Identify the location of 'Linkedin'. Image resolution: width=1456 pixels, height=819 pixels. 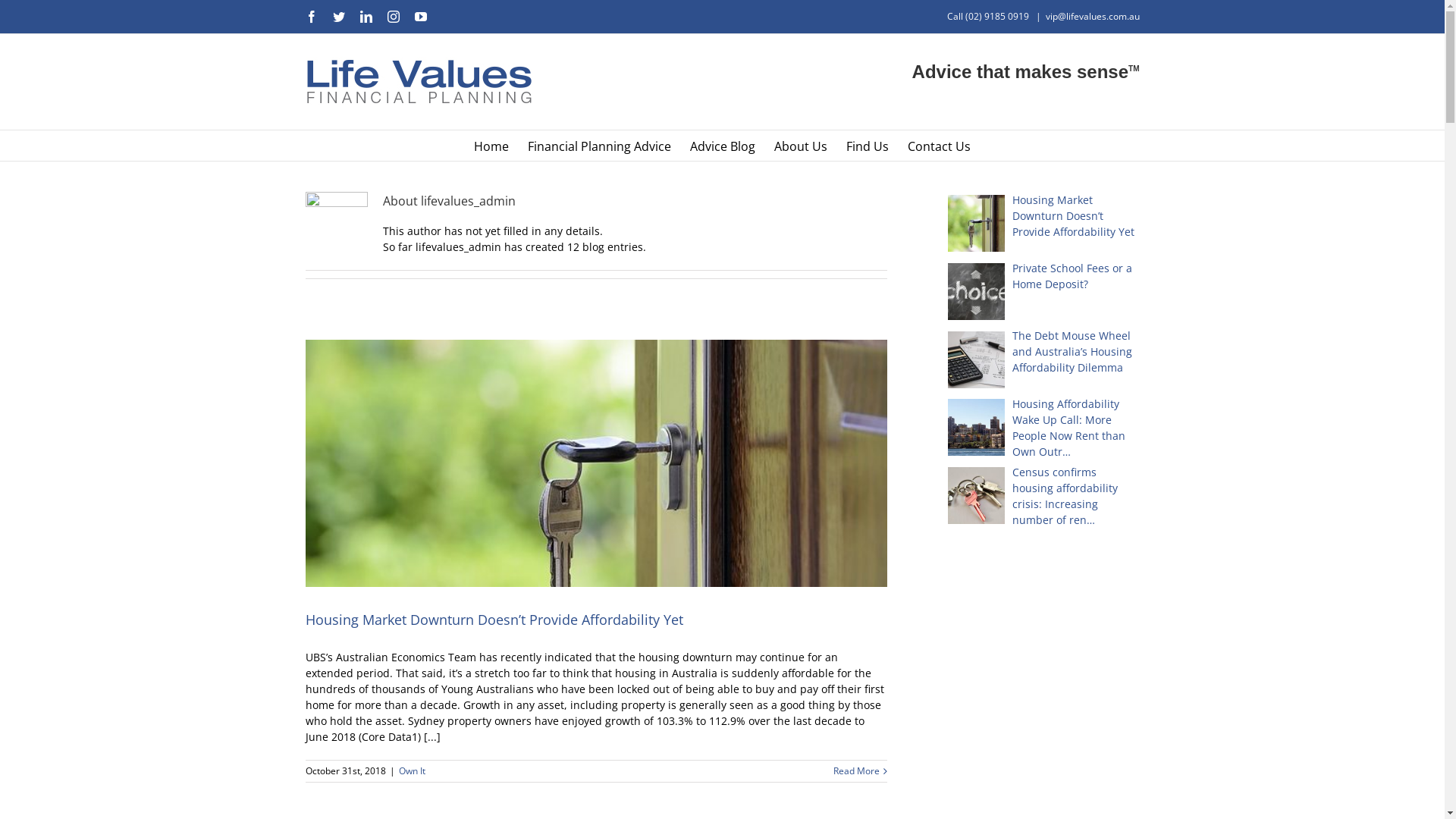
(365, 17).